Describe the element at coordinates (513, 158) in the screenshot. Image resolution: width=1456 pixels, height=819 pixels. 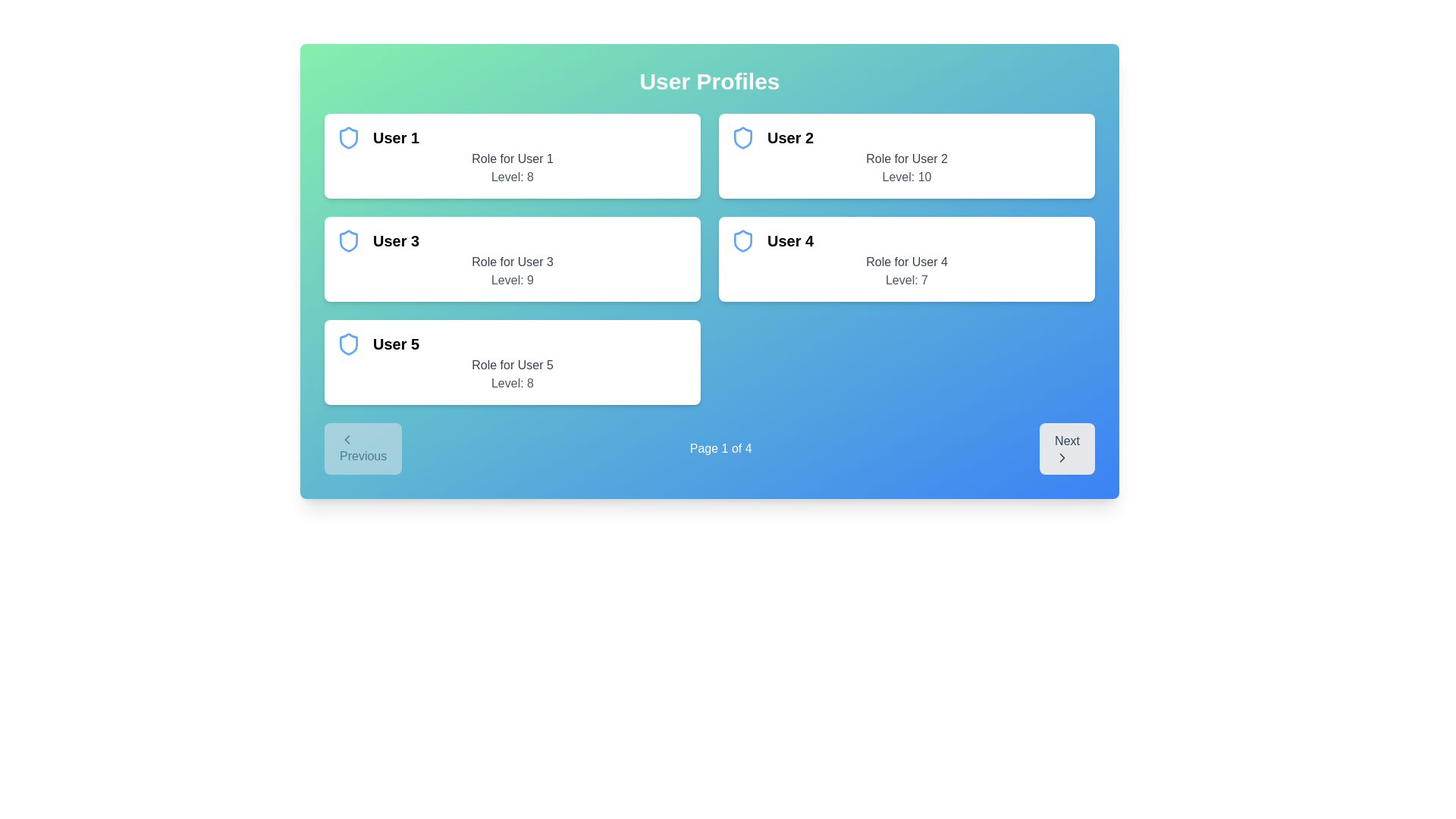
I see `the descriptive text label for User 1, which is located within the user profile card, positioned below the user title and above the level information` at that location.